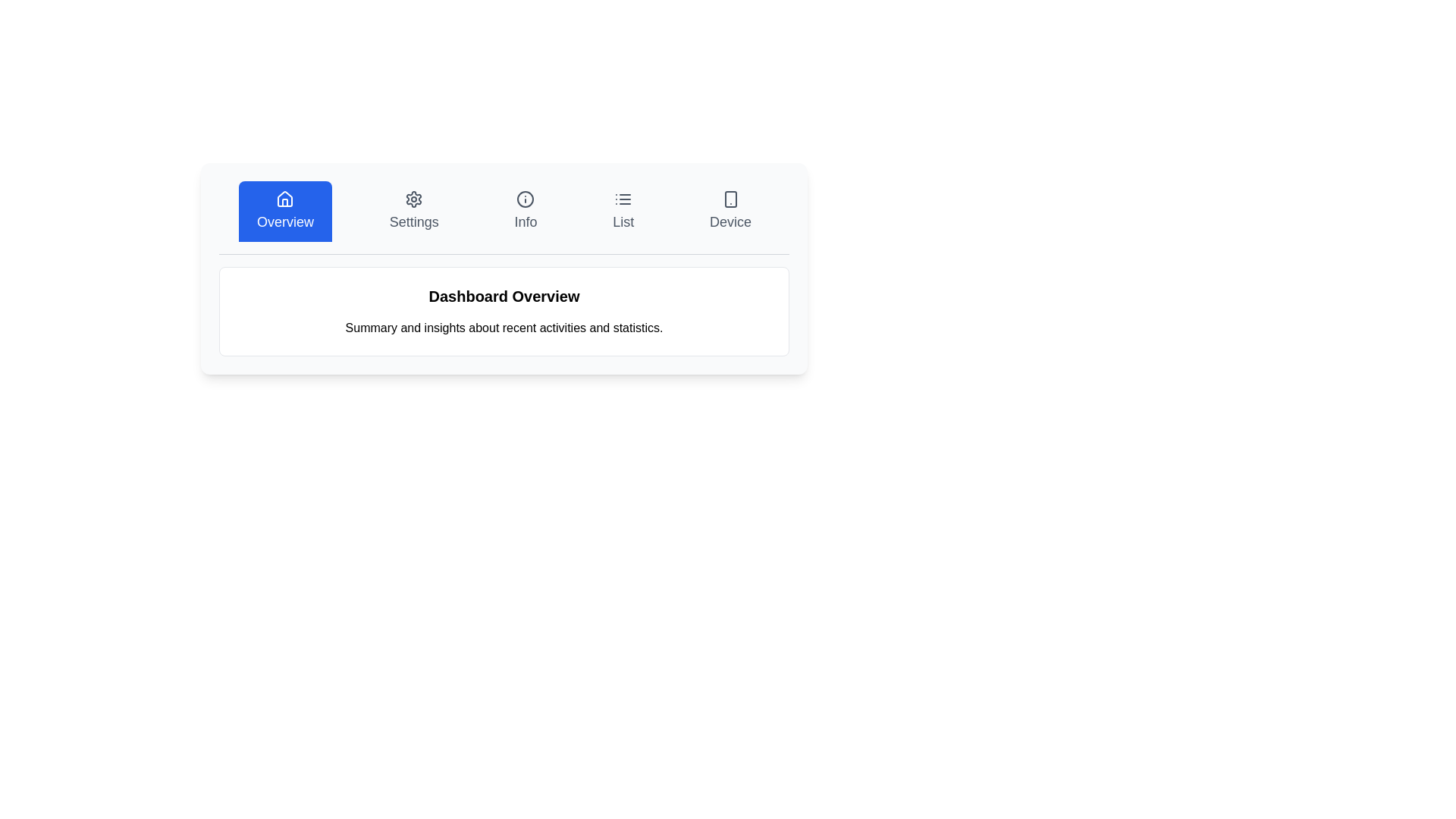 The height and width of the screenshot is (819, 1456). Describe the element at coordinates (623, 211) in the screenshot. I see `the 'List' button, which features an icon of three horizontal lines and a label in a clean sans-serif font` at that location.